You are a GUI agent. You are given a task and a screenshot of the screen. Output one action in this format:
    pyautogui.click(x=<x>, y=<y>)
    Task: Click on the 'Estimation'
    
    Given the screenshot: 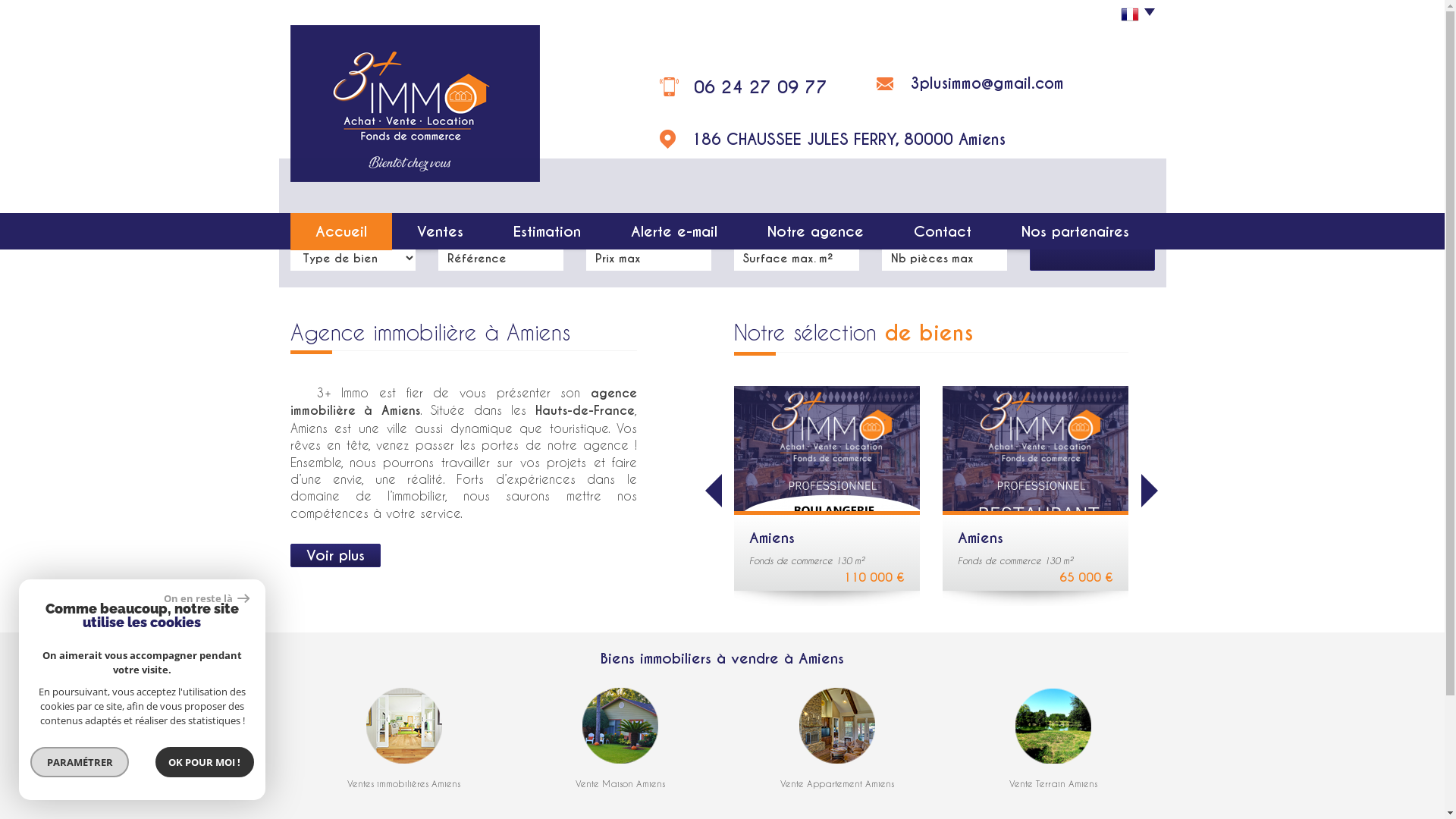 What is the action you would take?
    pyautogui.click(x=546, y=231)
    